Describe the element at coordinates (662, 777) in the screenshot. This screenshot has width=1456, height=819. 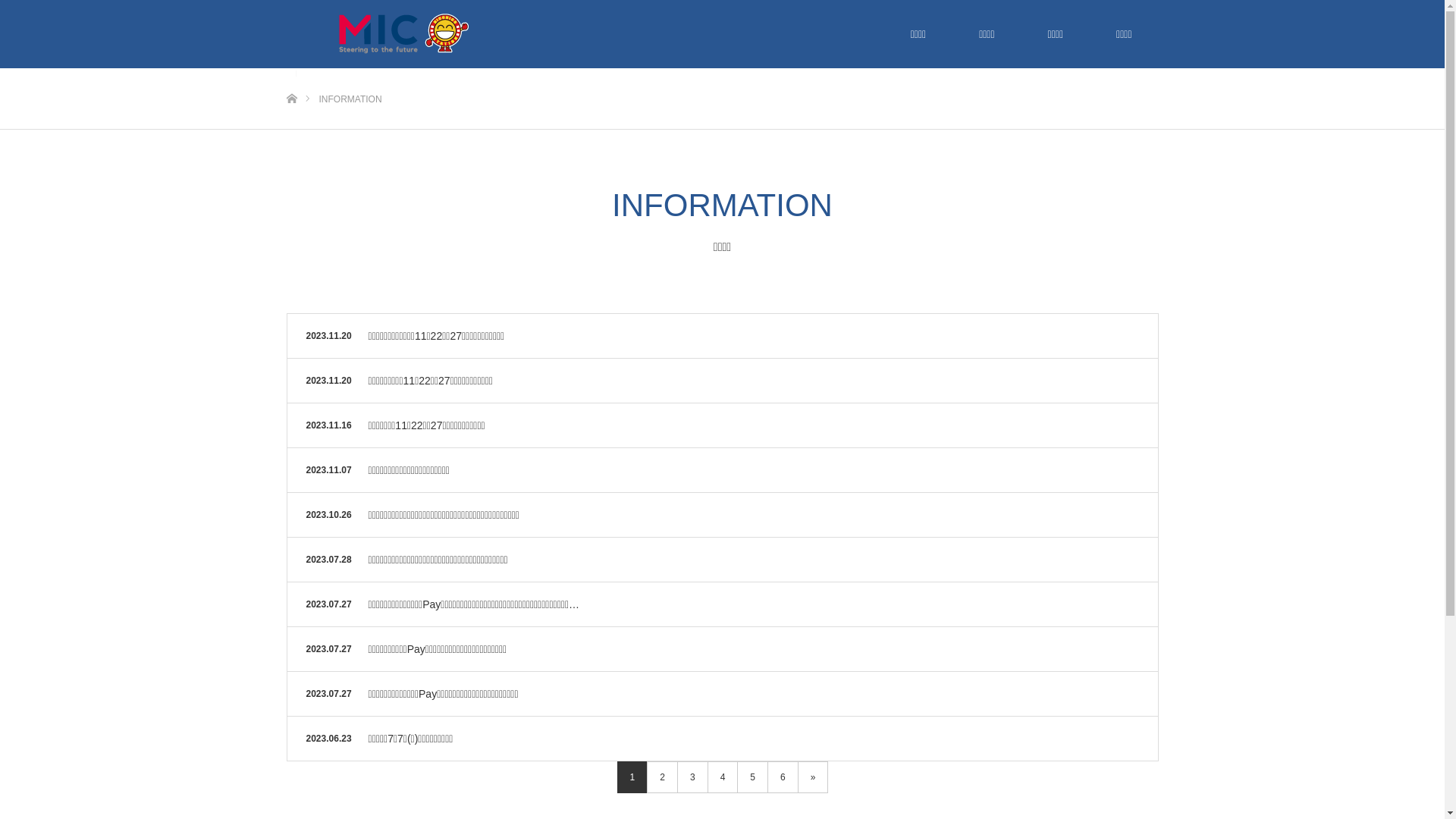
I see `'2'` at that location.